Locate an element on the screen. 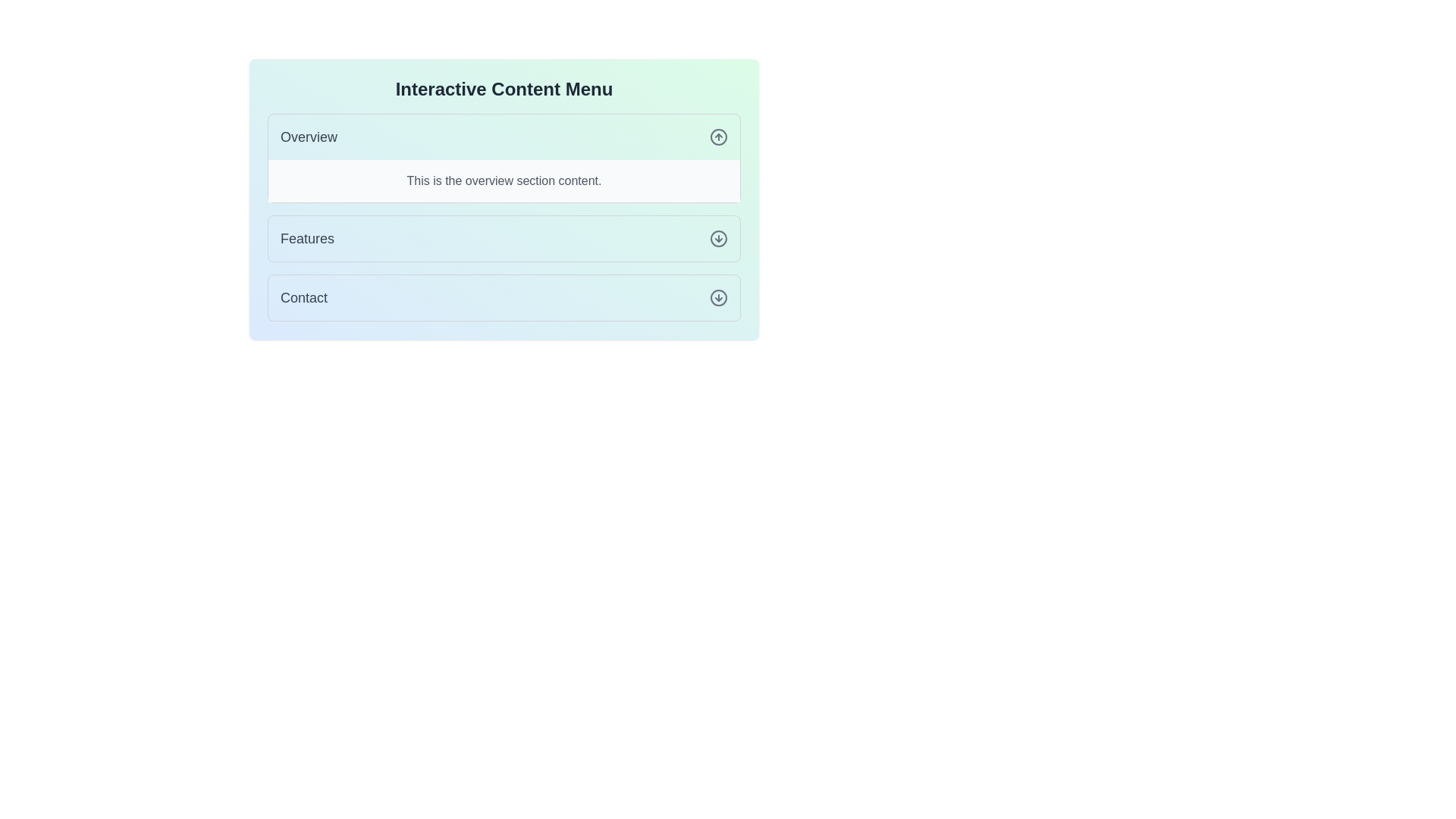 This screenshot has width=1456, height=819. the button or navigation item with dropdown trigger located at the bottom of the vertical list, which follows the 'Features' element is located at coordinates (504, 298).